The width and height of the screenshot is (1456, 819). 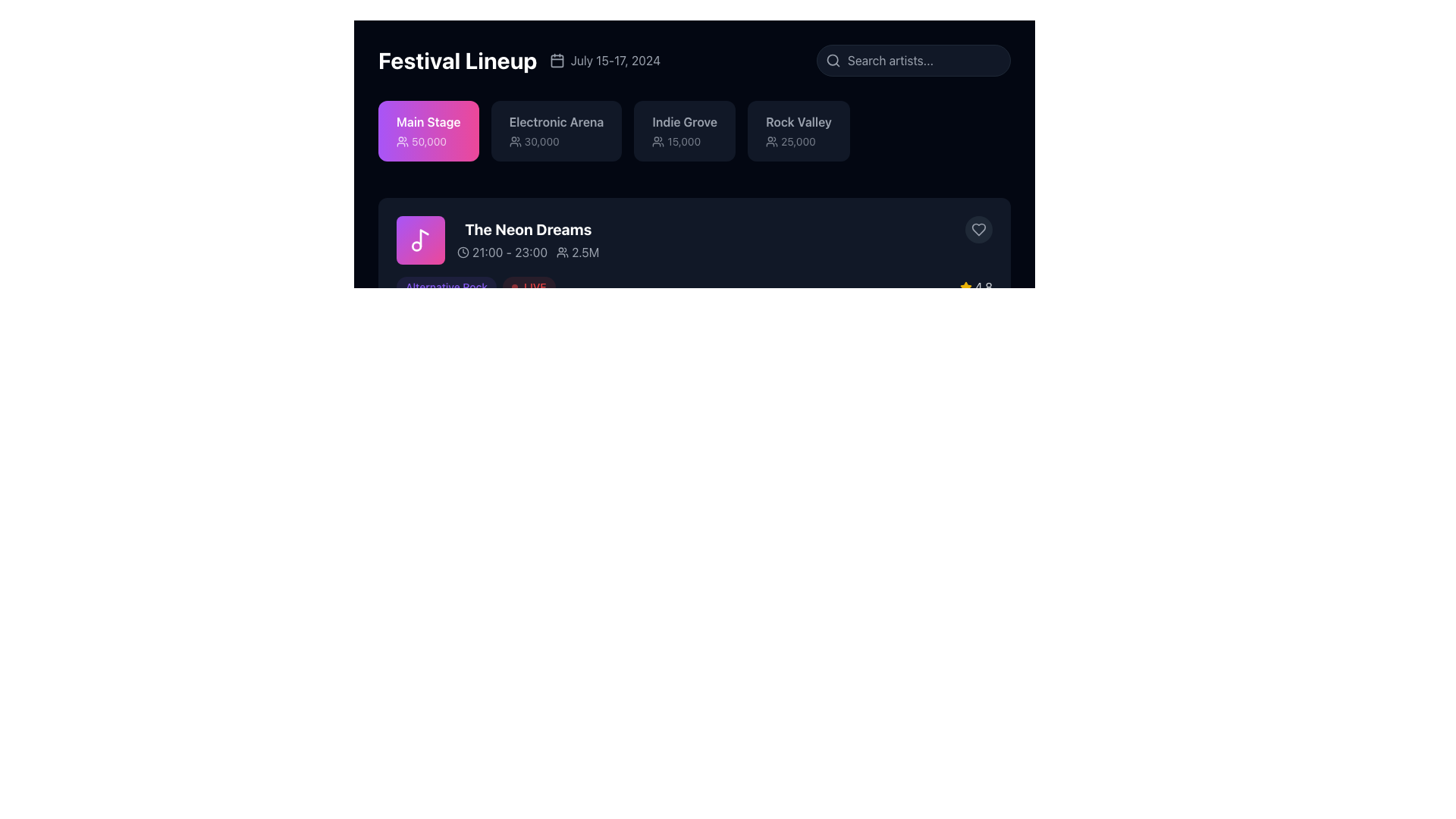 I want to click on the static text element displaying 'Festival Lineup' with the associated calendar icon and date 'July 15-17, 2024' on a dark background, so click(x=519, y=60).